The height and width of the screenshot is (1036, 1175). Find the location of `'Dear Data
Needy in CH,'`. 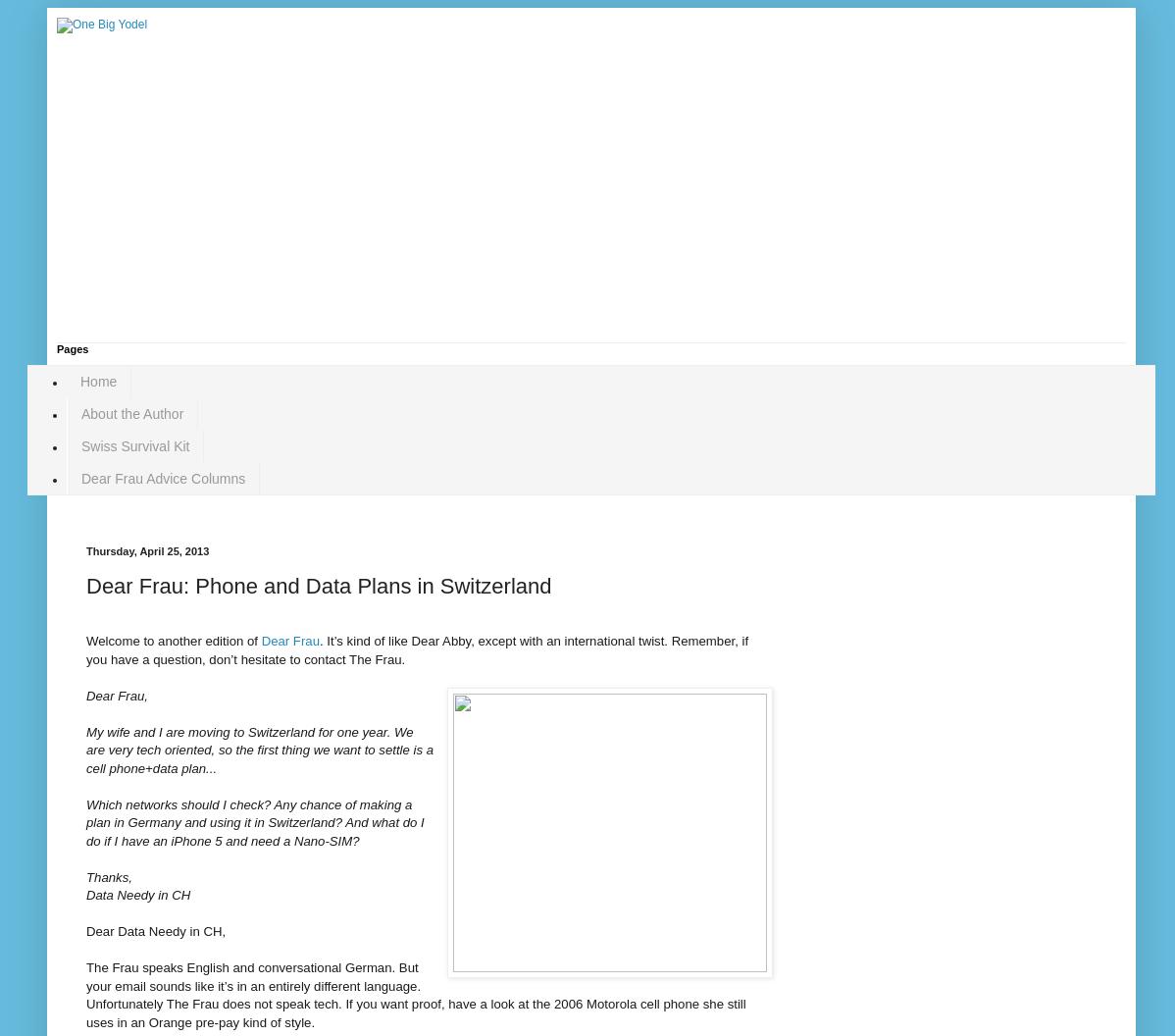

'Dear Data
Needy in CH,' is located at coordinates (154, 931).